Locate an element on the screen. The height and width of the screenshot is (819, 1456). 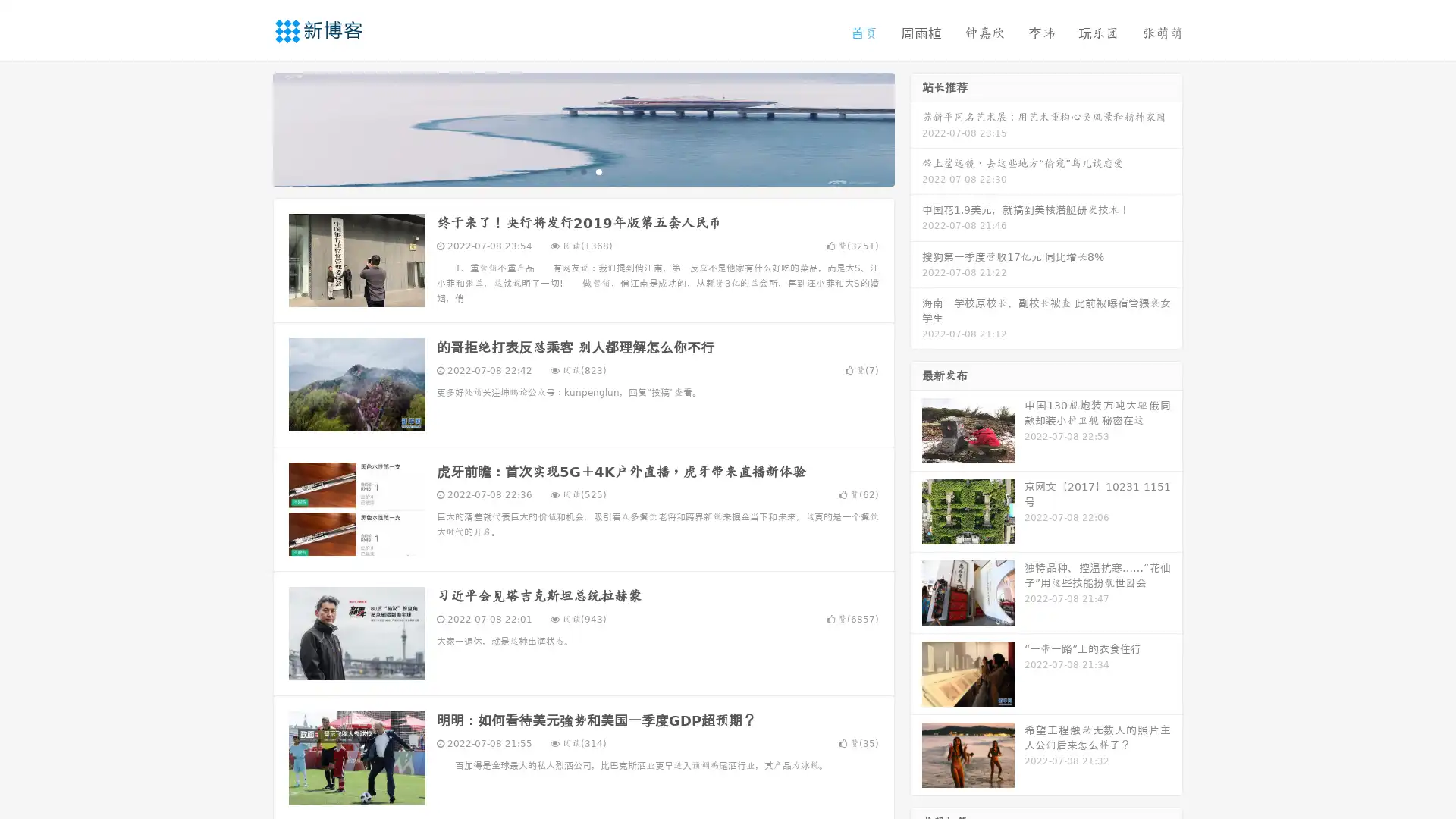
Go to slide 1 is located at coordinates (567, 171).